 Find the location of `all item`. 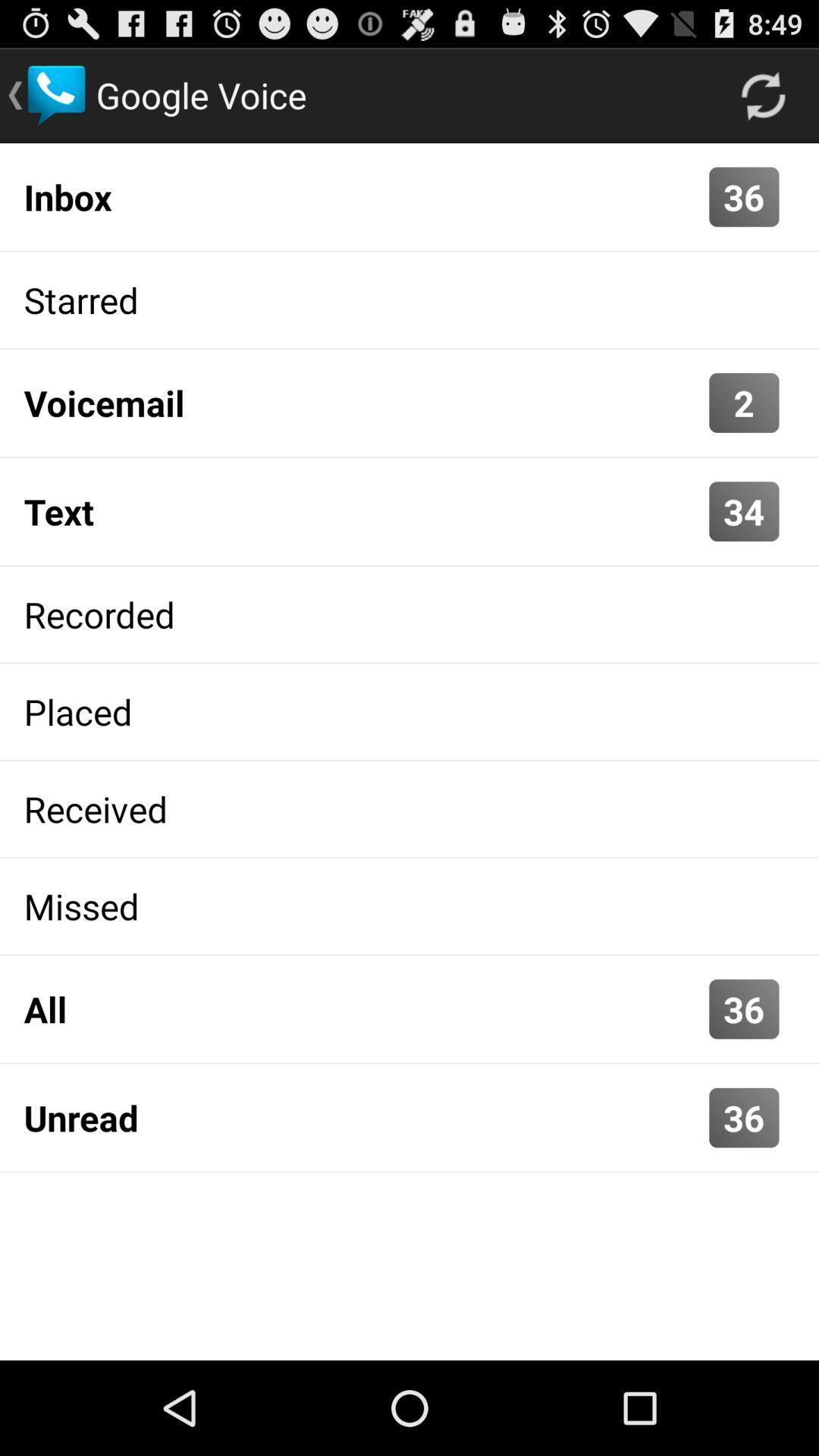

all item is located at coordinates (362, 1009).